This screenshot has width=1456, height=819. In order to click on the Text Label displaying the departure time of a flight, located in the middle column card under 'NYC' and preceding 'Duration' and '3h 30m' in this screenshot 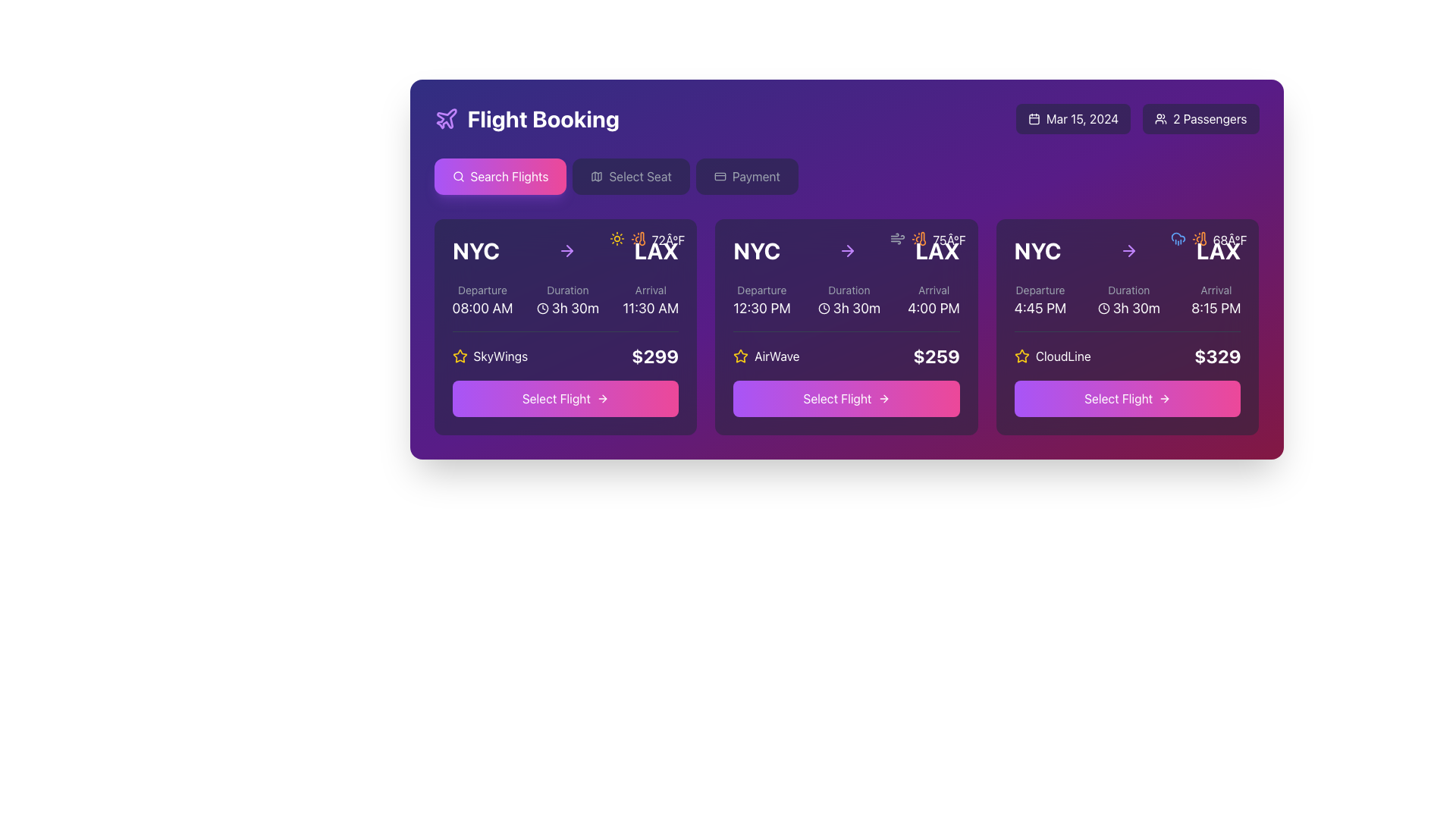, I will do `click(761, 301)`.